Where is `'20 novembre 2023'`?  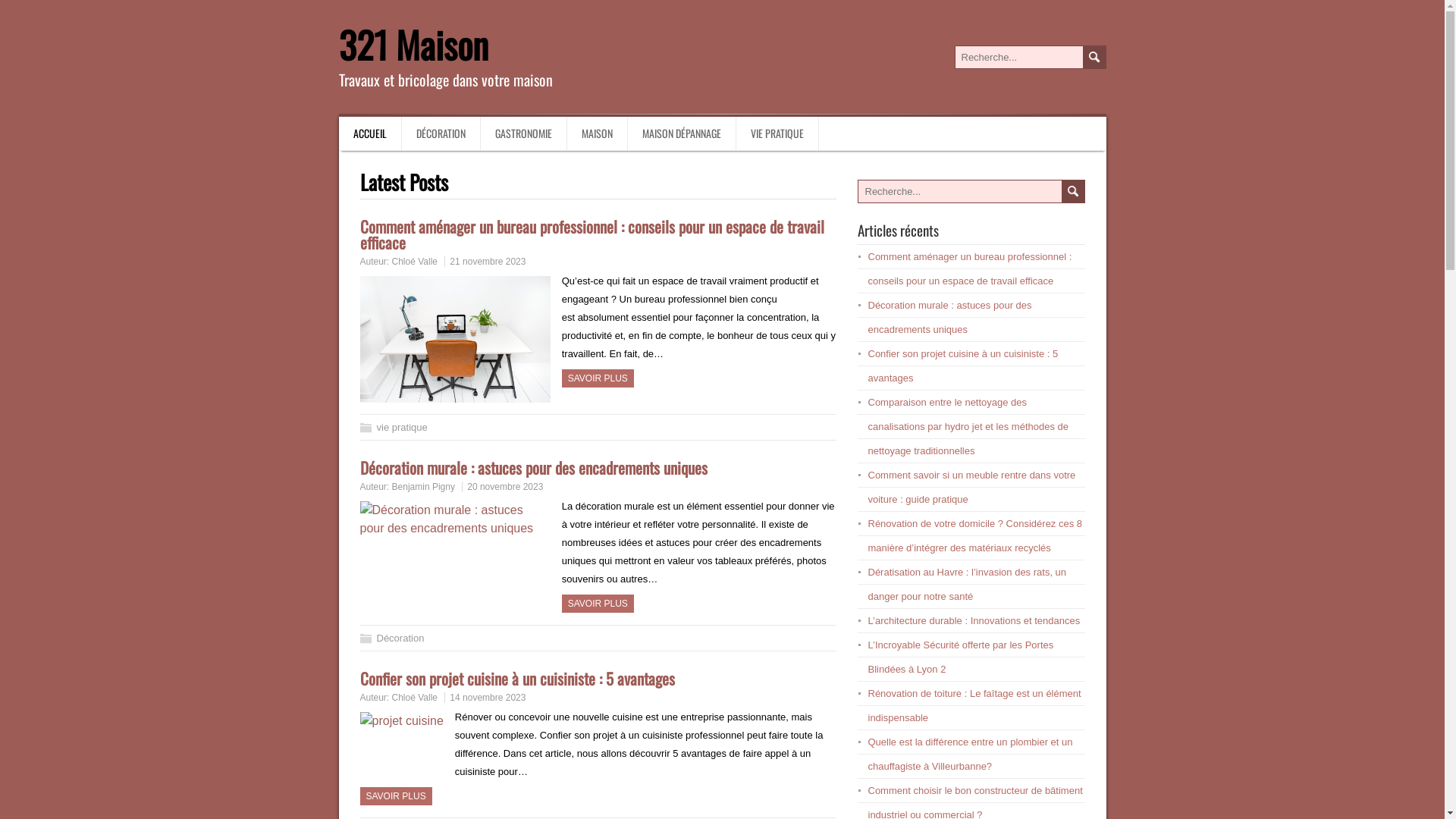 '20 novembre 2023' is located at coordinates (466, 486).